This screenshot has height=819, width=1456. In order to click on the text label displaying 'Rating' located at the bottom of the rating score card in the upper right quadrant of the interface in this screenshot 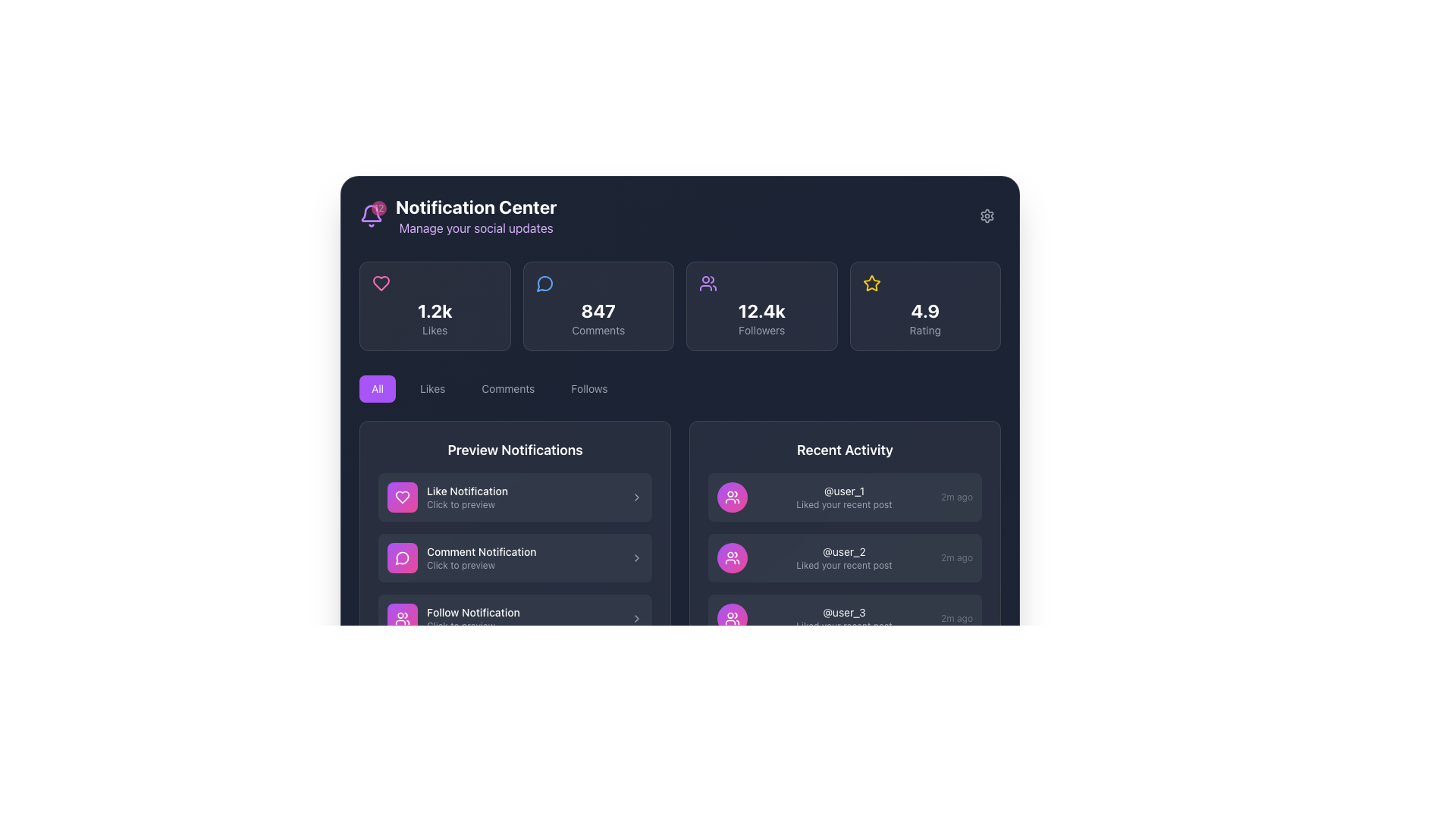, I will do `click(924, 329)`.